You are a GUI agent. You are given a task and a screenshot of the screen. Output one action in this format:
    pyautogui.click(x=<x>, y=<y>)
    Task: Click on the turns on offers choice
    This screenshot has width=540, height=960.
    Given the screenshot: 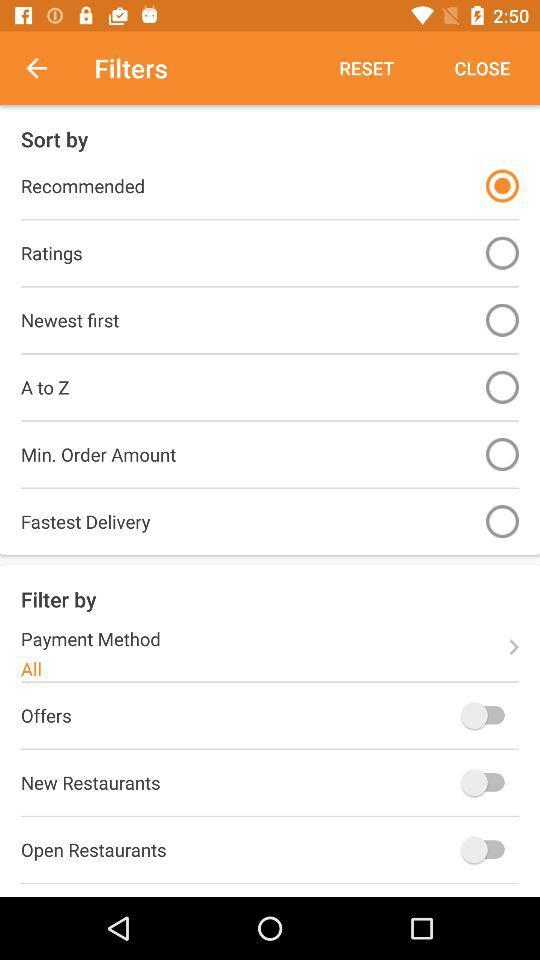 What is the action you would take?
    pyautogui.click(x=486, y=715)
    